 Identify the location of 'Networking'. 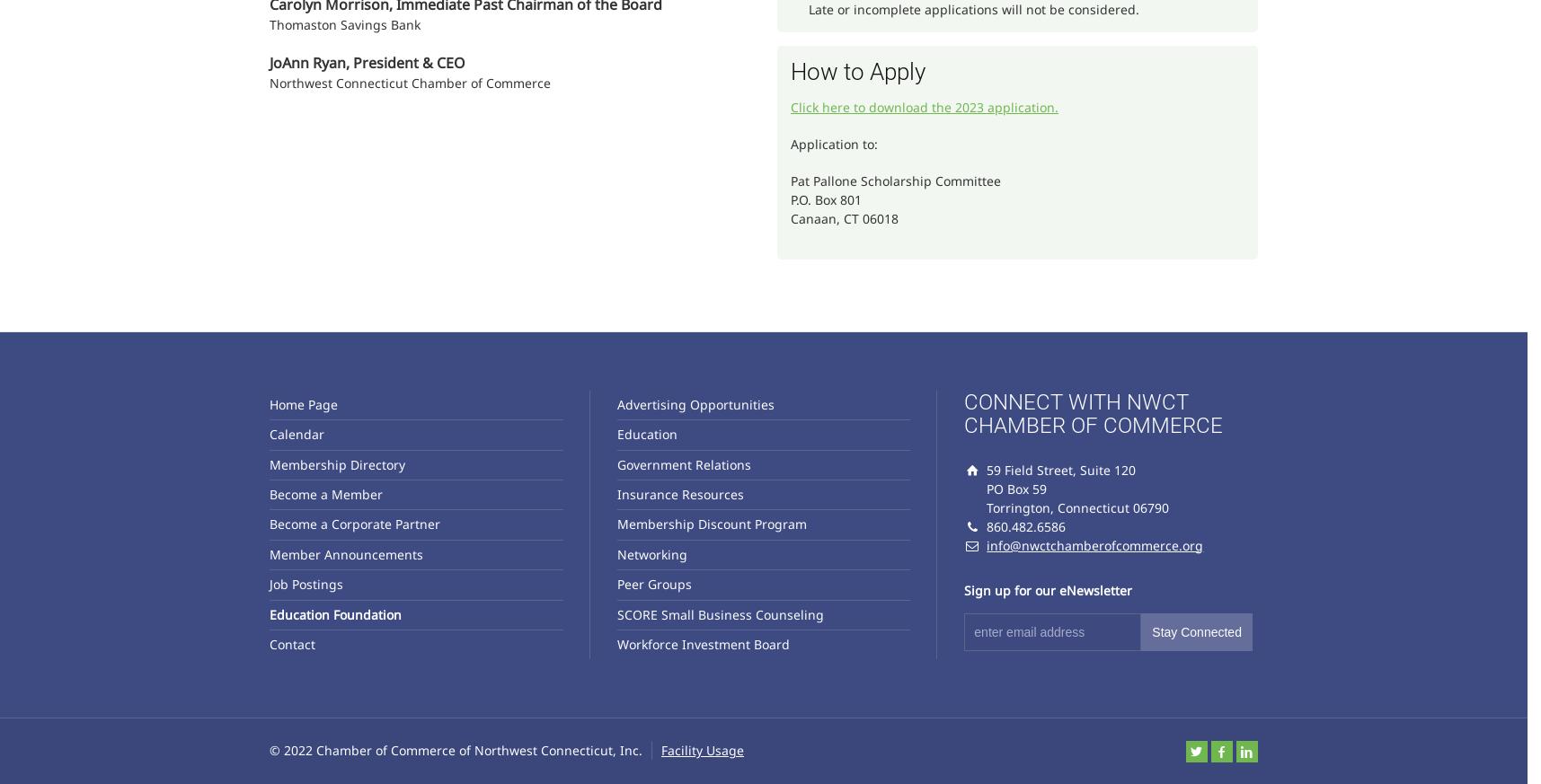
(616, 553).